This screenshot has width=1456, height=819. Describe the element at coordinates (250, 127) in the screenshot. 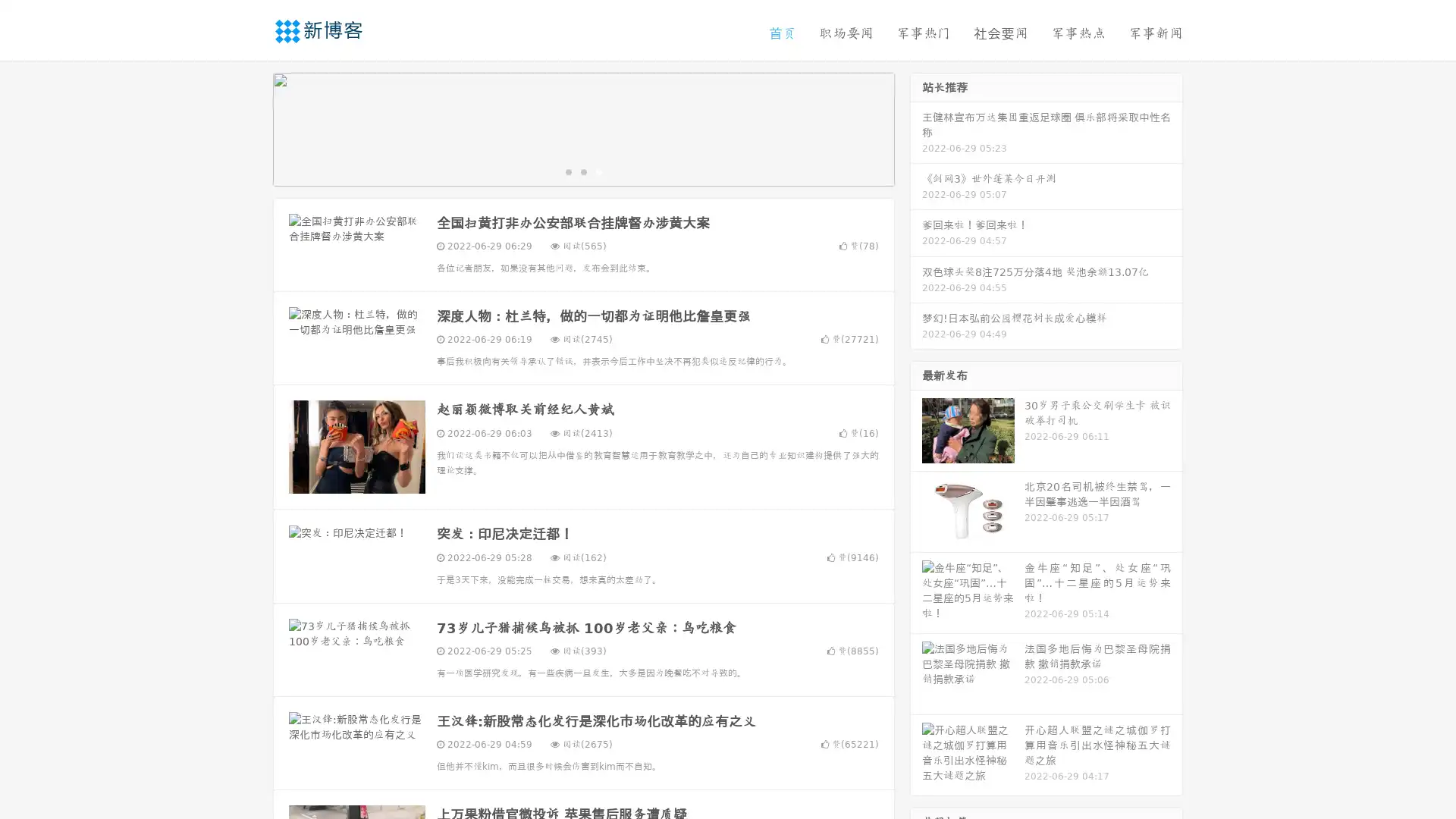

I see `Previous slide` at that location.